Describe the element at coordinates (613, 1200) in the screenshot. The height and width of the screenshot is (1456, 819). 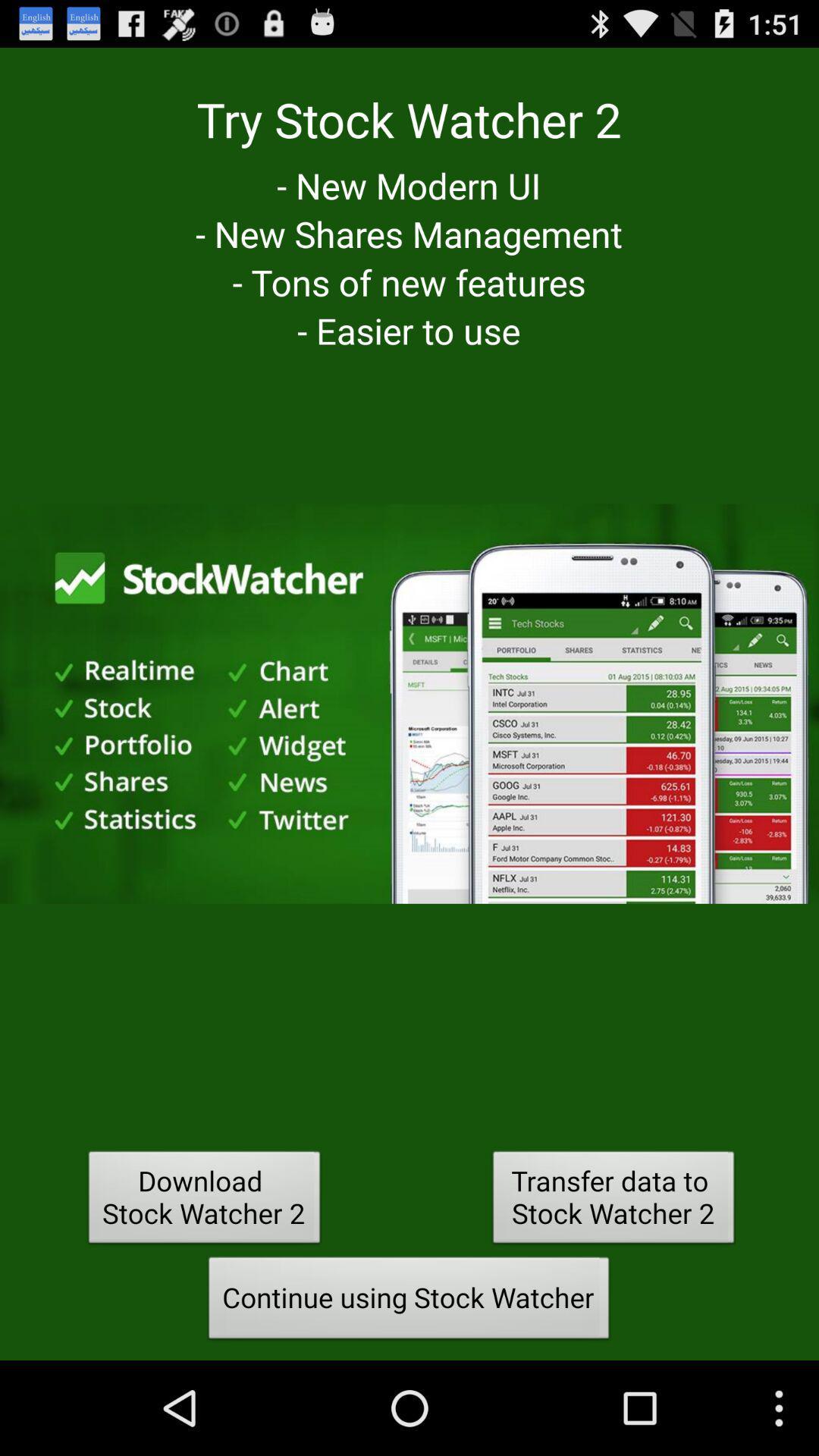
I see `the transfer data to button` at that location.